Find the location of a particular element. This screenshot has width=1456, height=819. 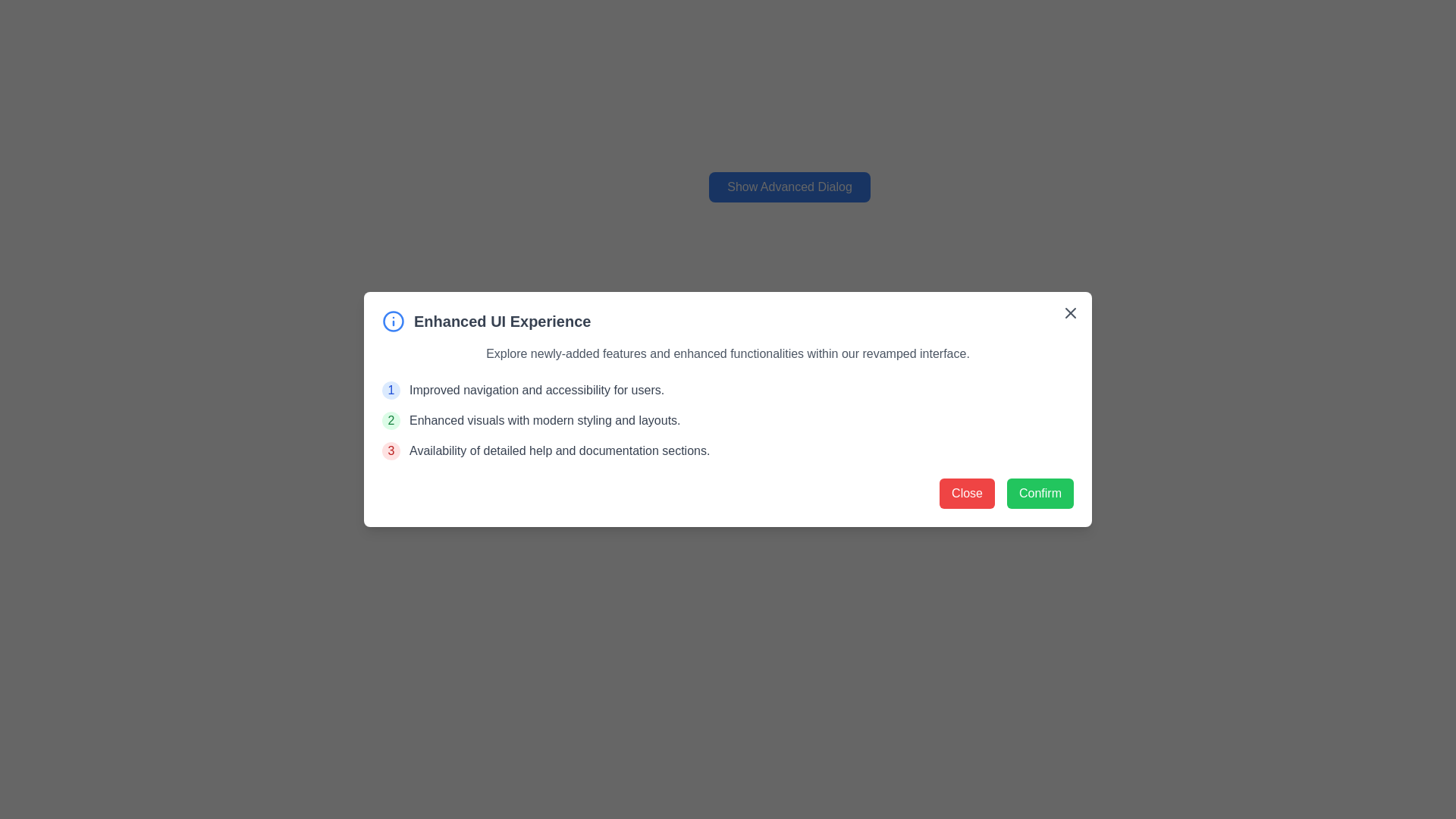

the Bold text heading located near the top-left portion of the modal dialog window, which summarizes the main purpose of the dialog box is located at coordinates (502, 321).